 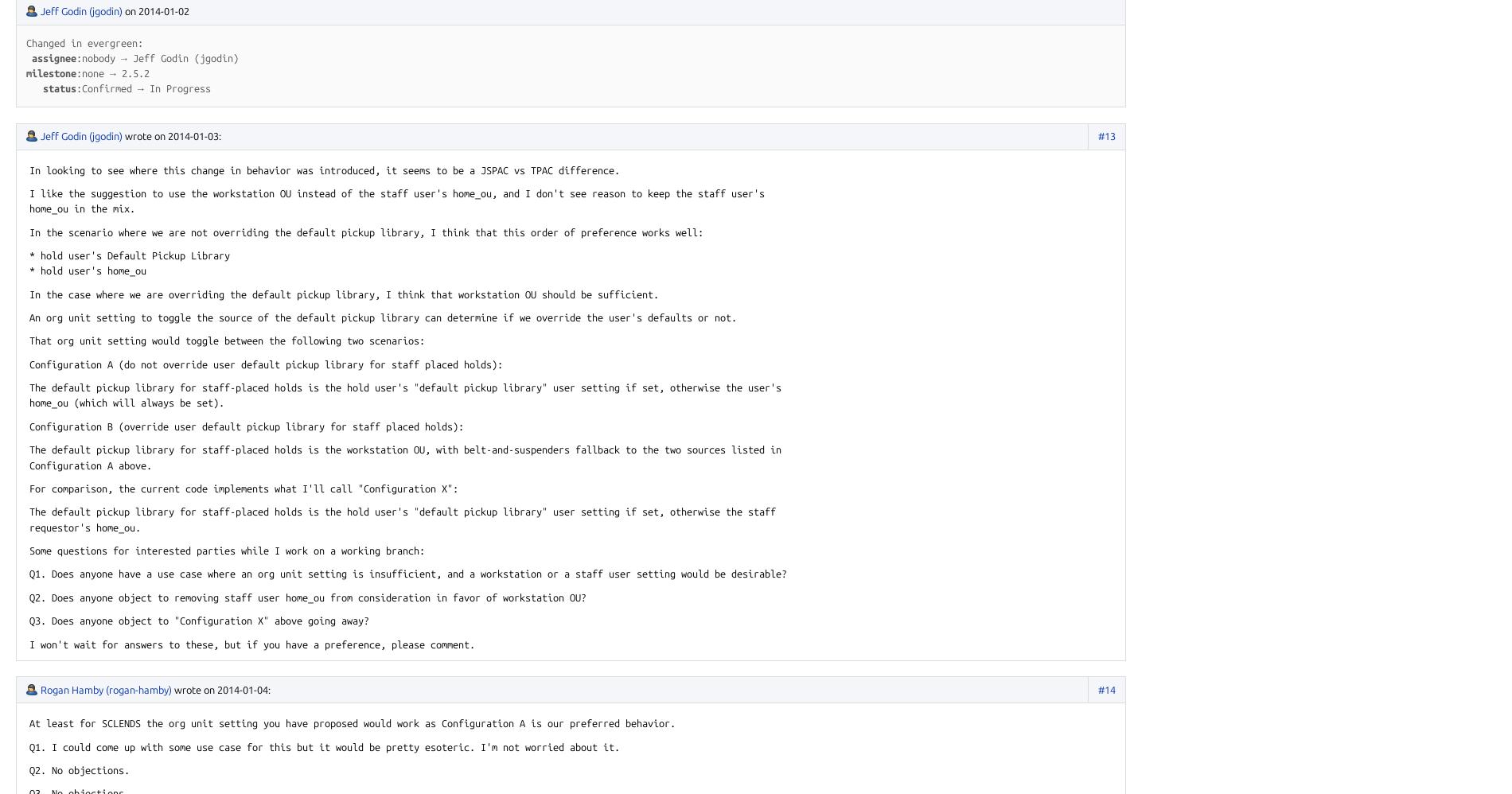 I want to click on 'In the case where we are overriding the default pickup library, I think that workstation OU should be sufficient.', so click(x=29, y=292).